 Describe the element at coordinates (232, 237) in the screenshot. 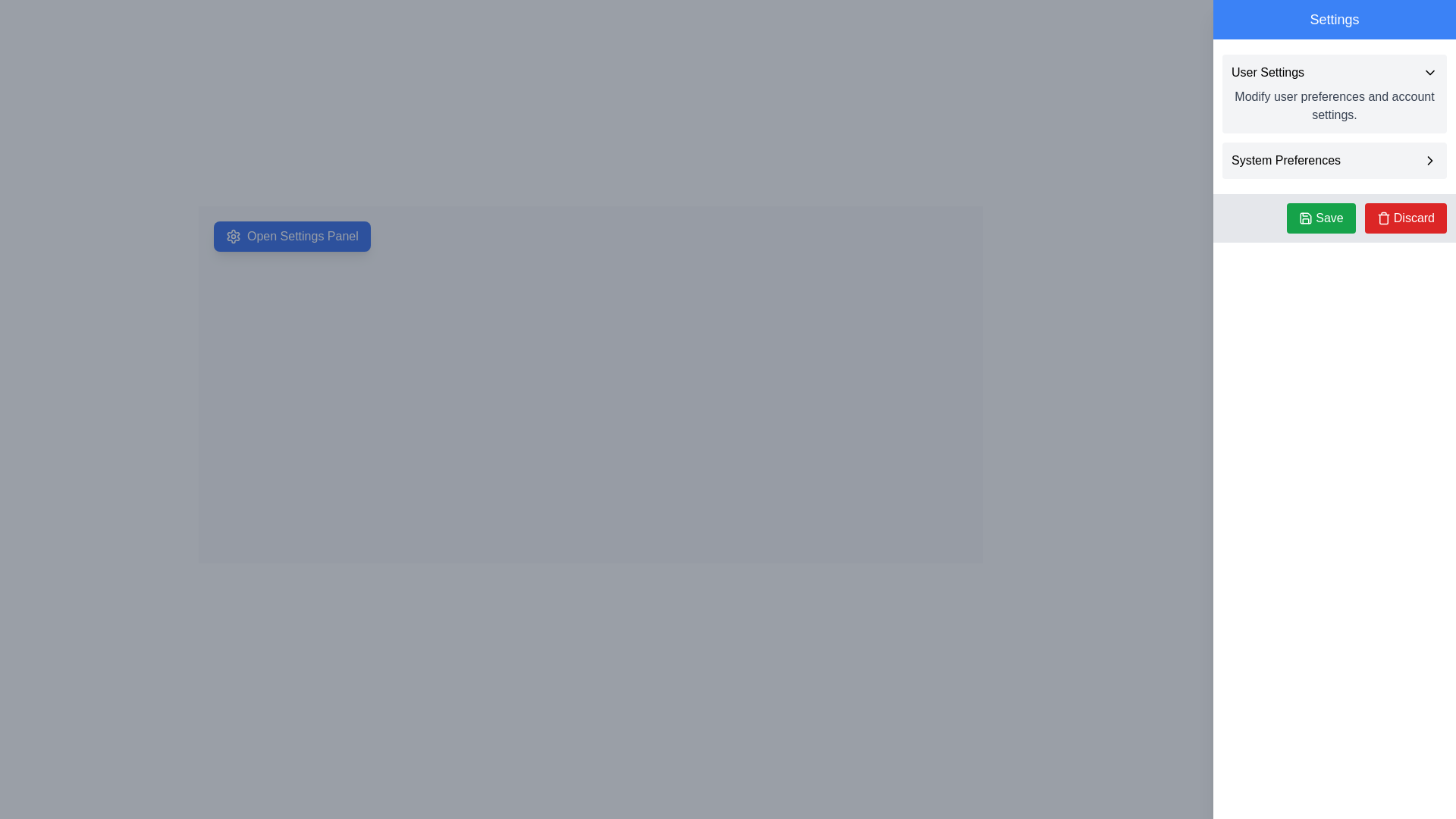

I see `the gear icon, which is part of the blue button labeled 'Open Settings Panel'` at that location.